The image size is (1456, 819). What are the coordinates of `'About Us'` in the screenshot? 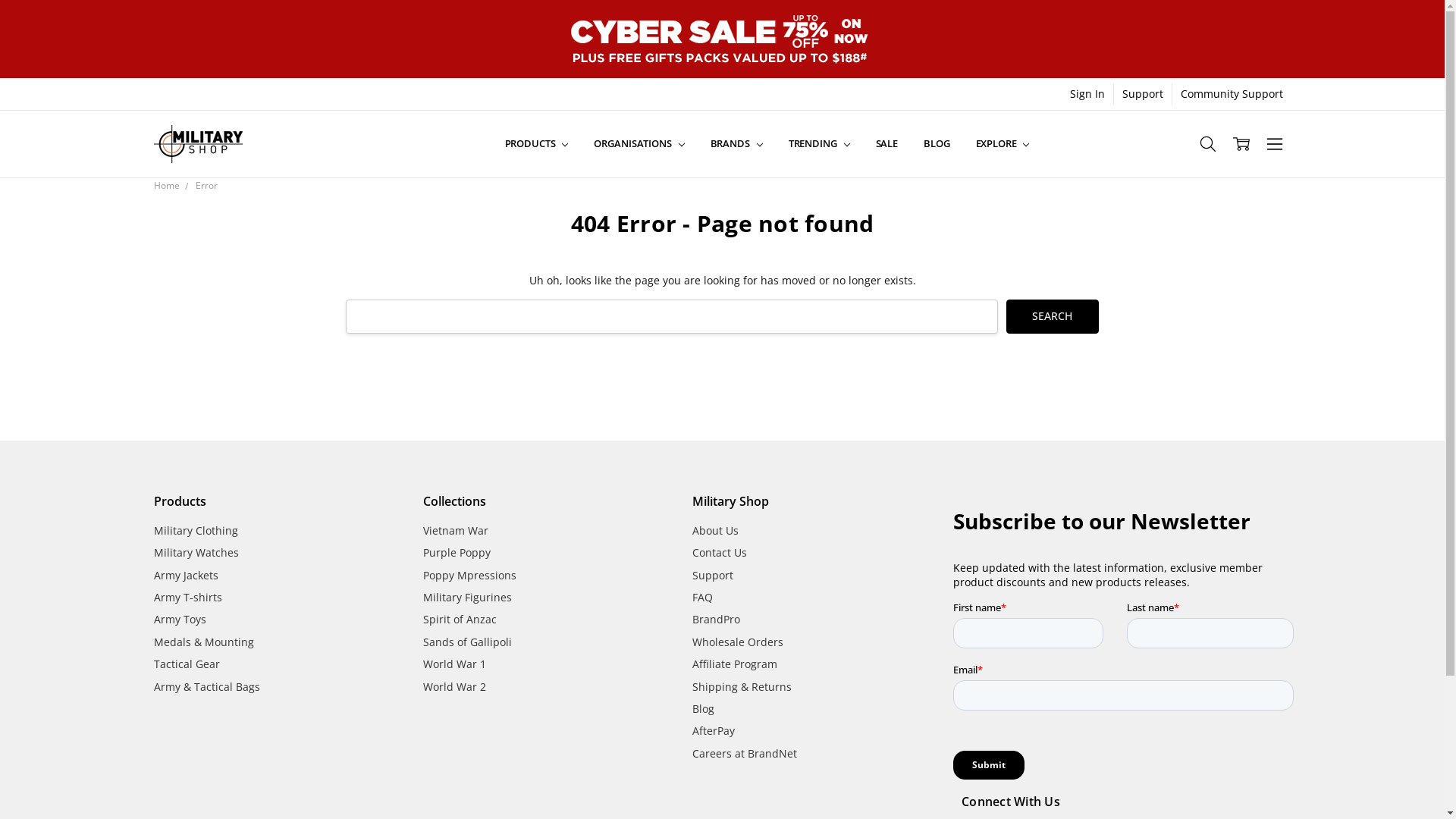 It's located at (691, 529).